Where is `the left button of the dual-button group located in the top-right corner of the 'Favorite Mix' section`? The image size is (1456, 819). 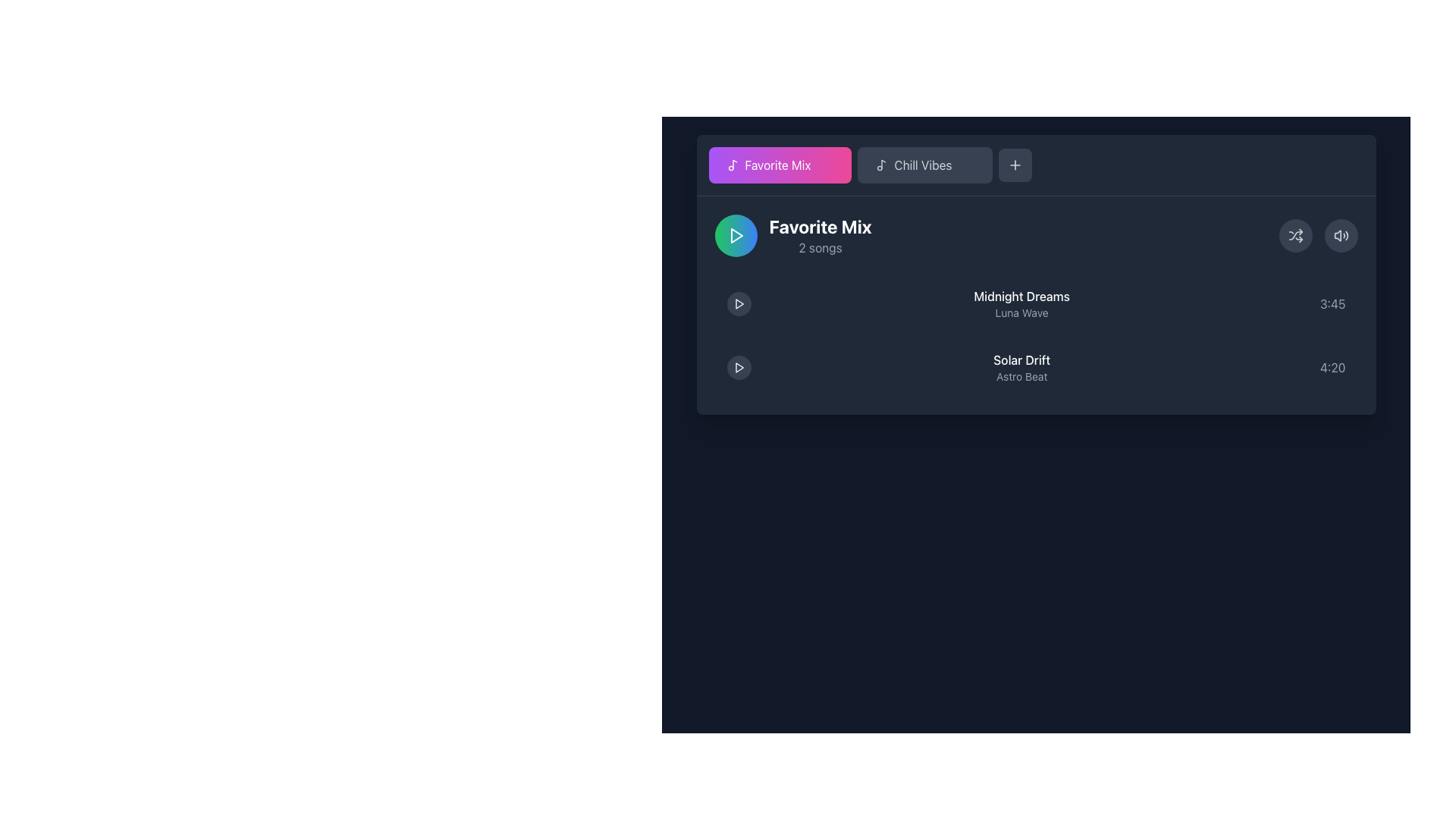
the left button of the dual-button group located in the top-right corner of the 'Favorite Mix' section is located at coordinates (1317, 236).